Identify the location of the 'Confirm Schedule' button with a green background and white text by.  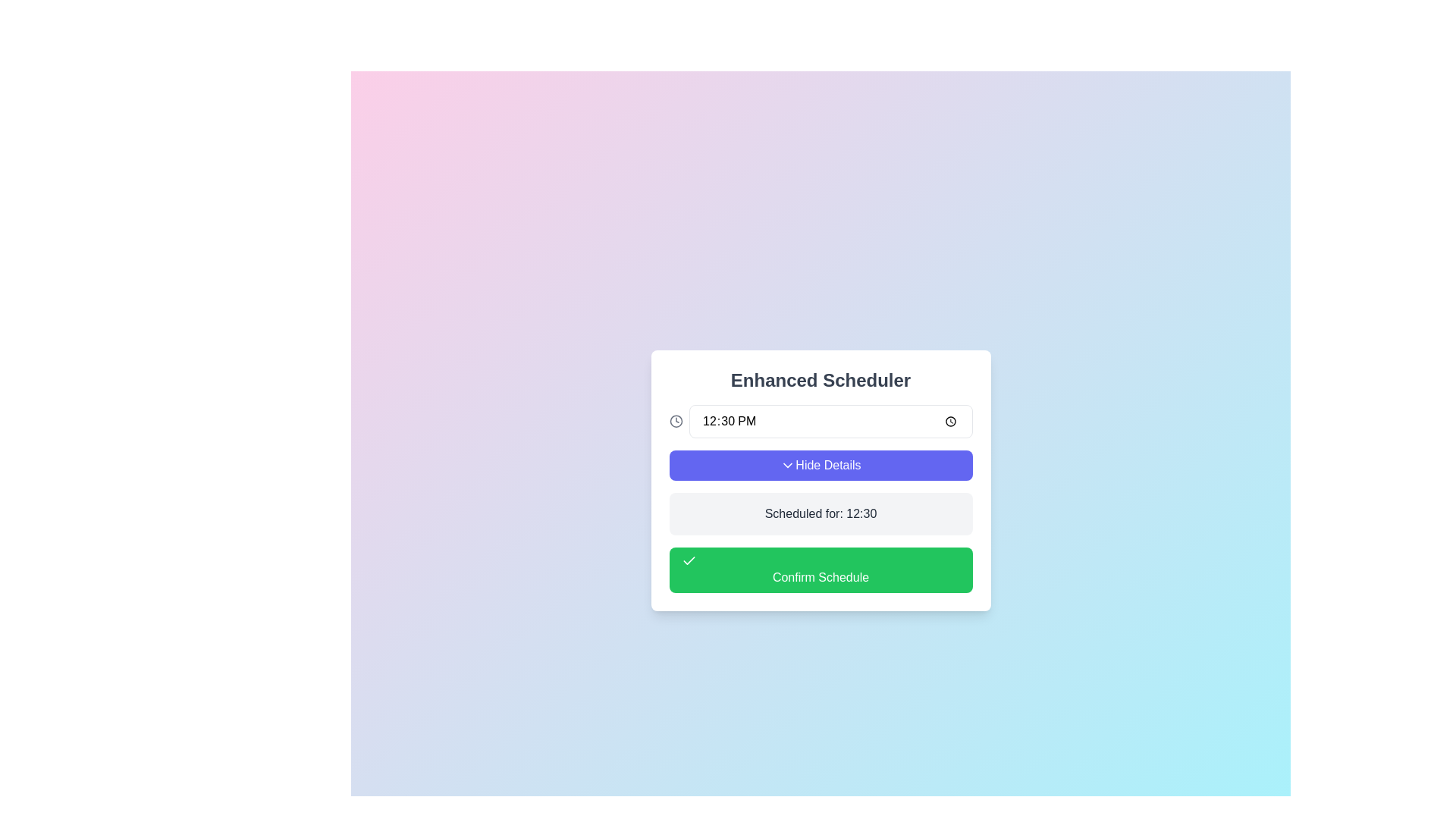
(820, 570).